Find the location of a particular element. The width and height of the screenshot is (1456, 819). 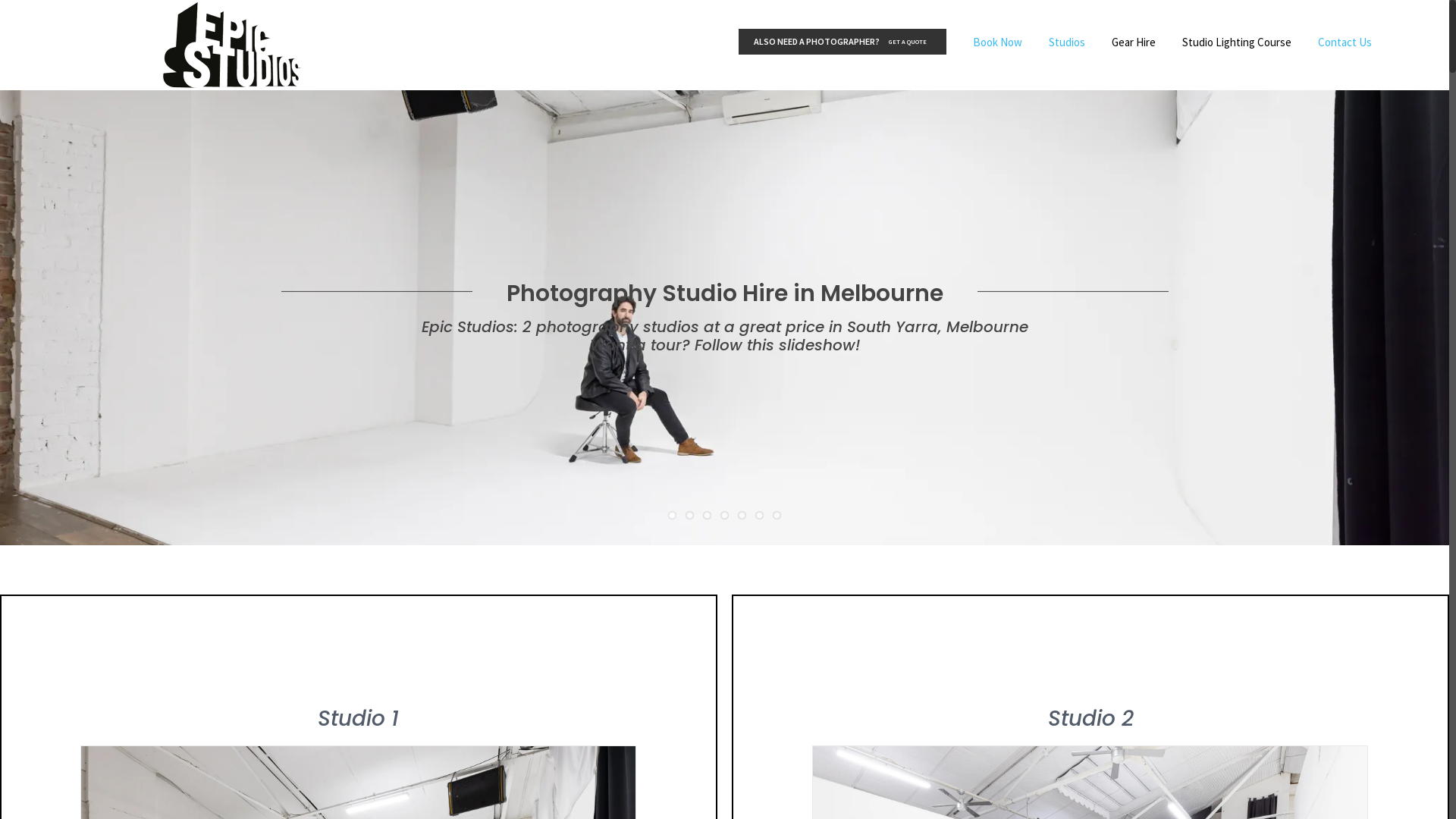

'5' is located at coordinates (738, 514).